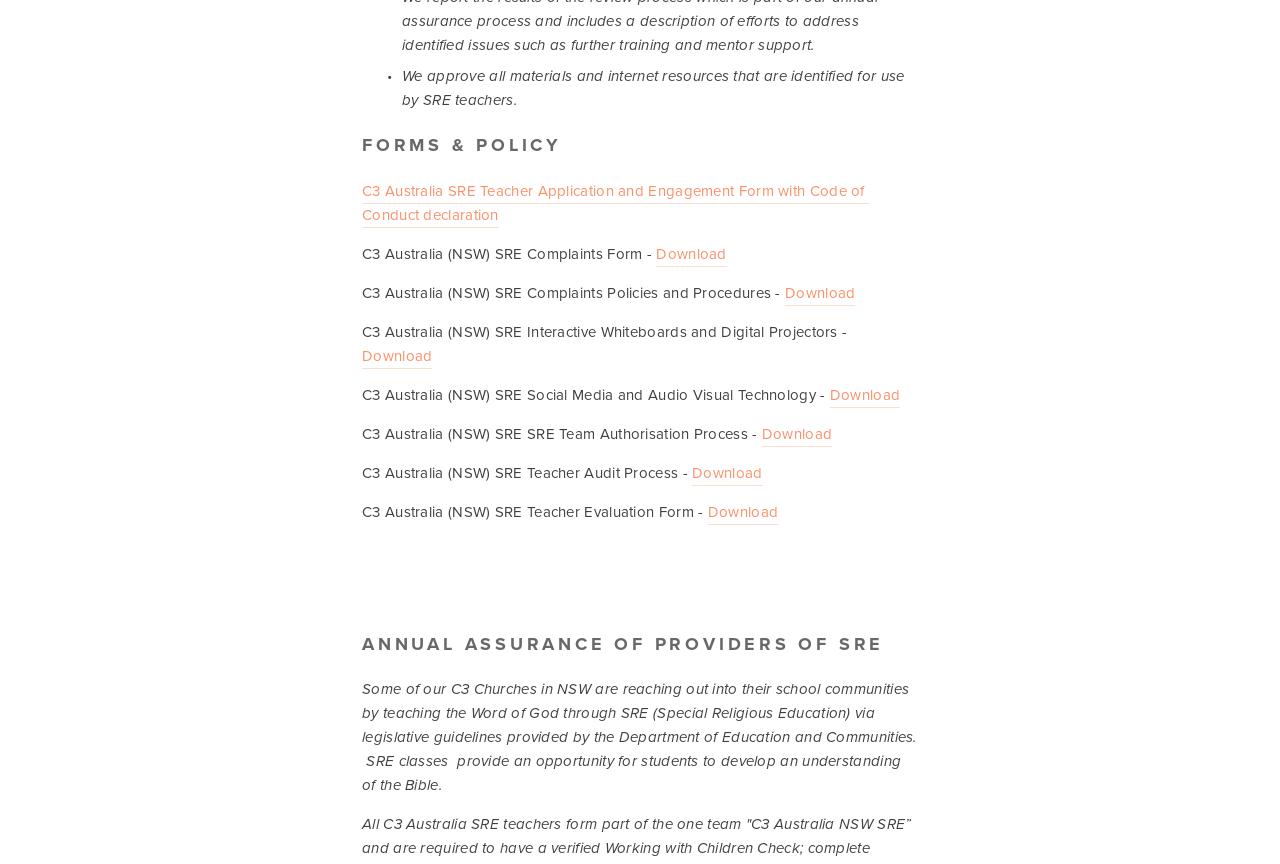  What do you see at coordinates (534, 510) in the screenshot?
I see `'C3 Australia (NSW) SRE Teacher Evaluation Form -'` at bounding box center [534, 510].